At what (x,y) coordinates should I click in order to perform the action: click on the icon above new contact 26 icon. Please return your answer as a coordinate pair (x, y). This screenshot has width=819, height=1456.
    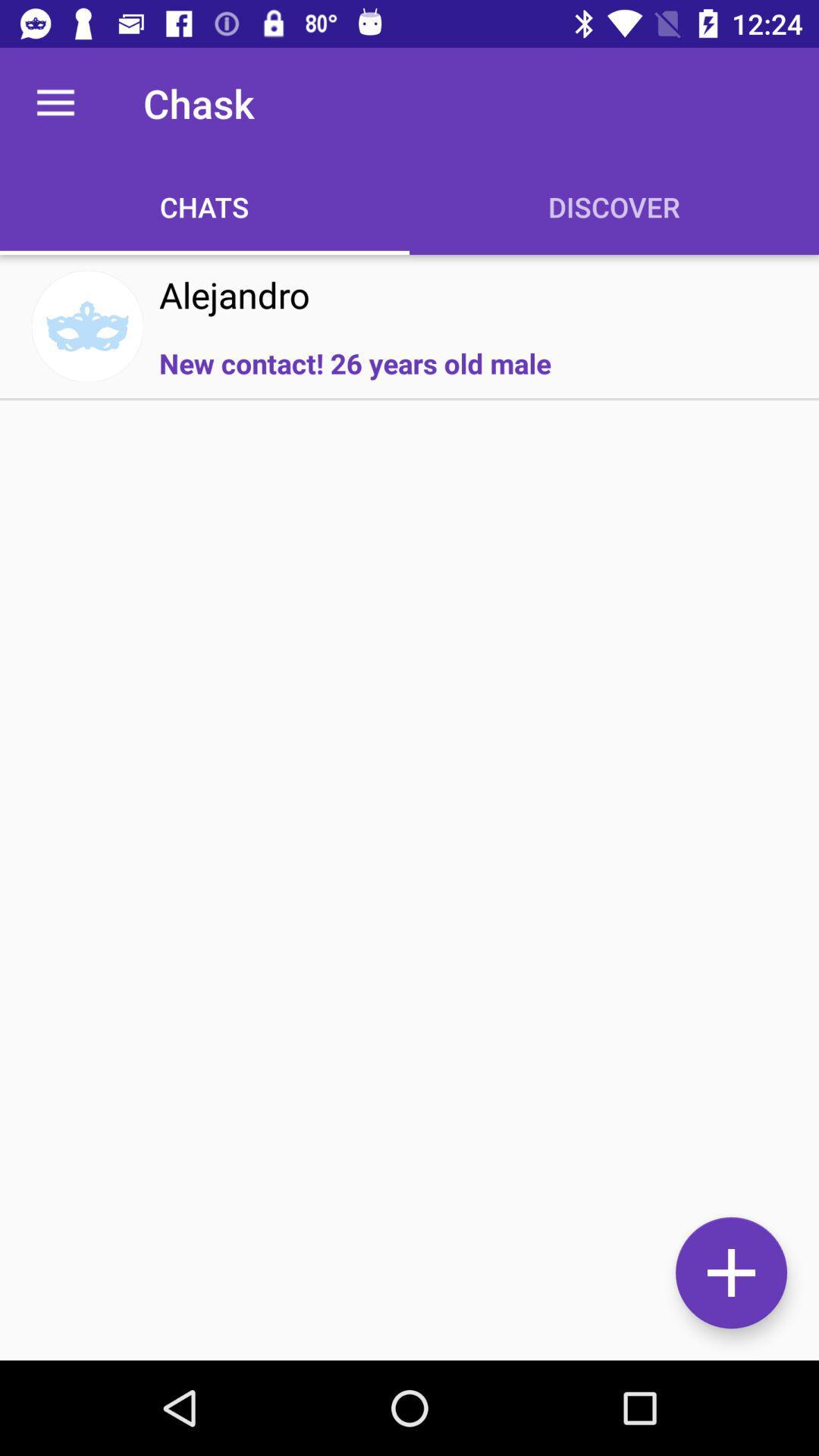
    Looking at the image, I should click on (234, 294).